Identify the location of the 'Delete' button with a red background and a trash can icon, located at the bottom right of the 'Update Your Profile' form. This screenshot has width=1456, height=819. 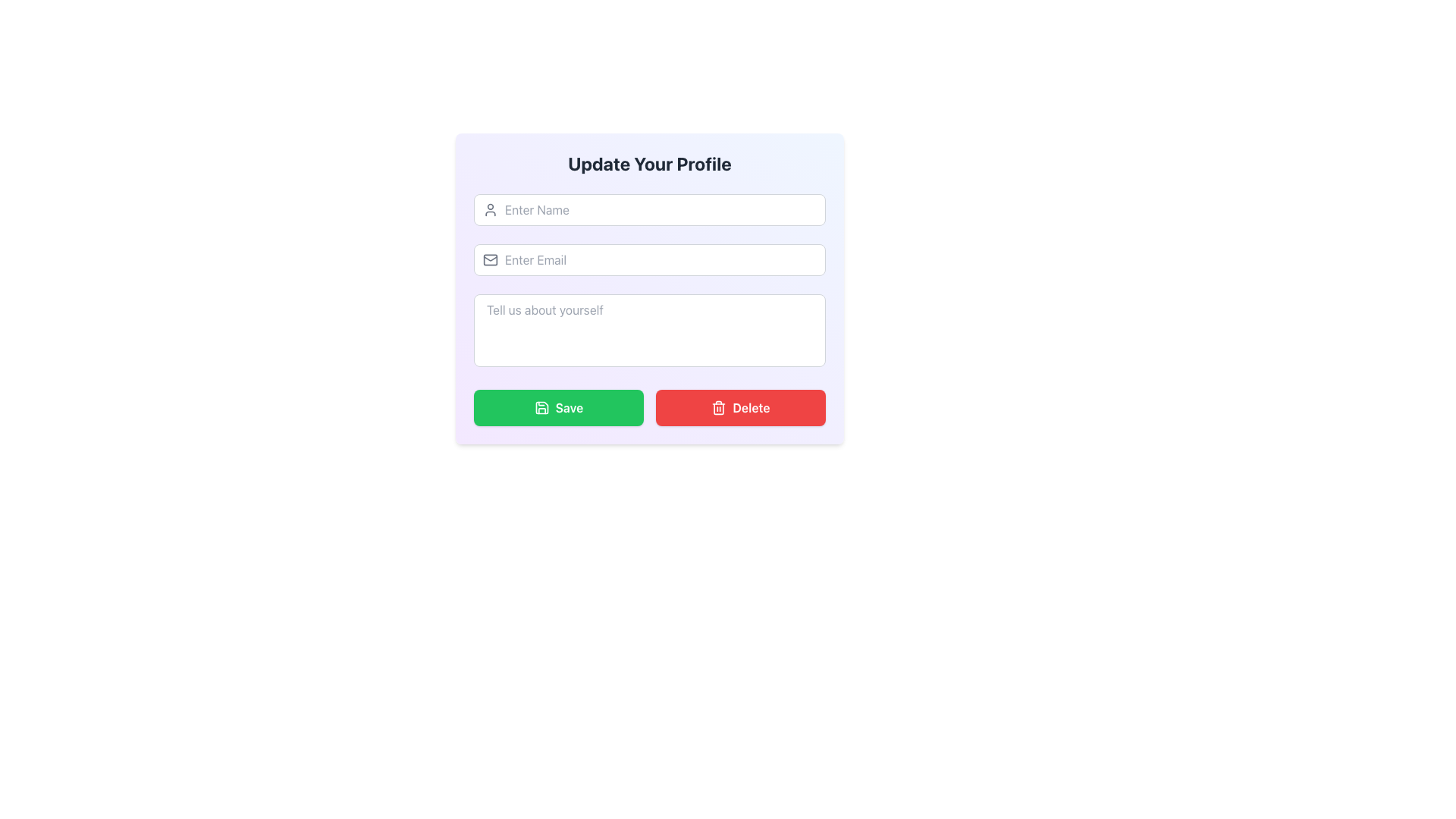
(741, 406).